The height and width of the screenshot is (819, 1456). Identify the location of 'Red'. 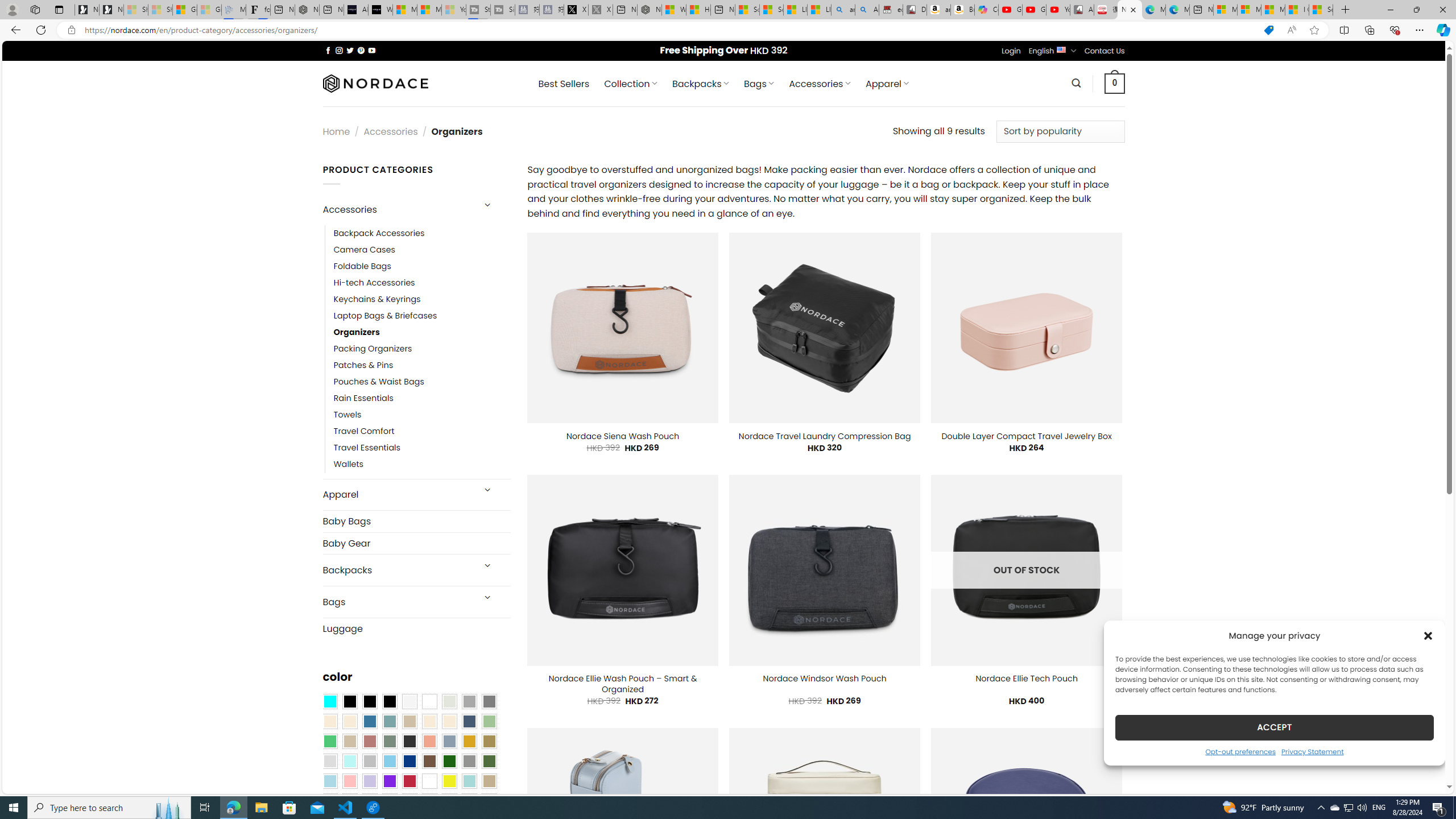
(408, 780).